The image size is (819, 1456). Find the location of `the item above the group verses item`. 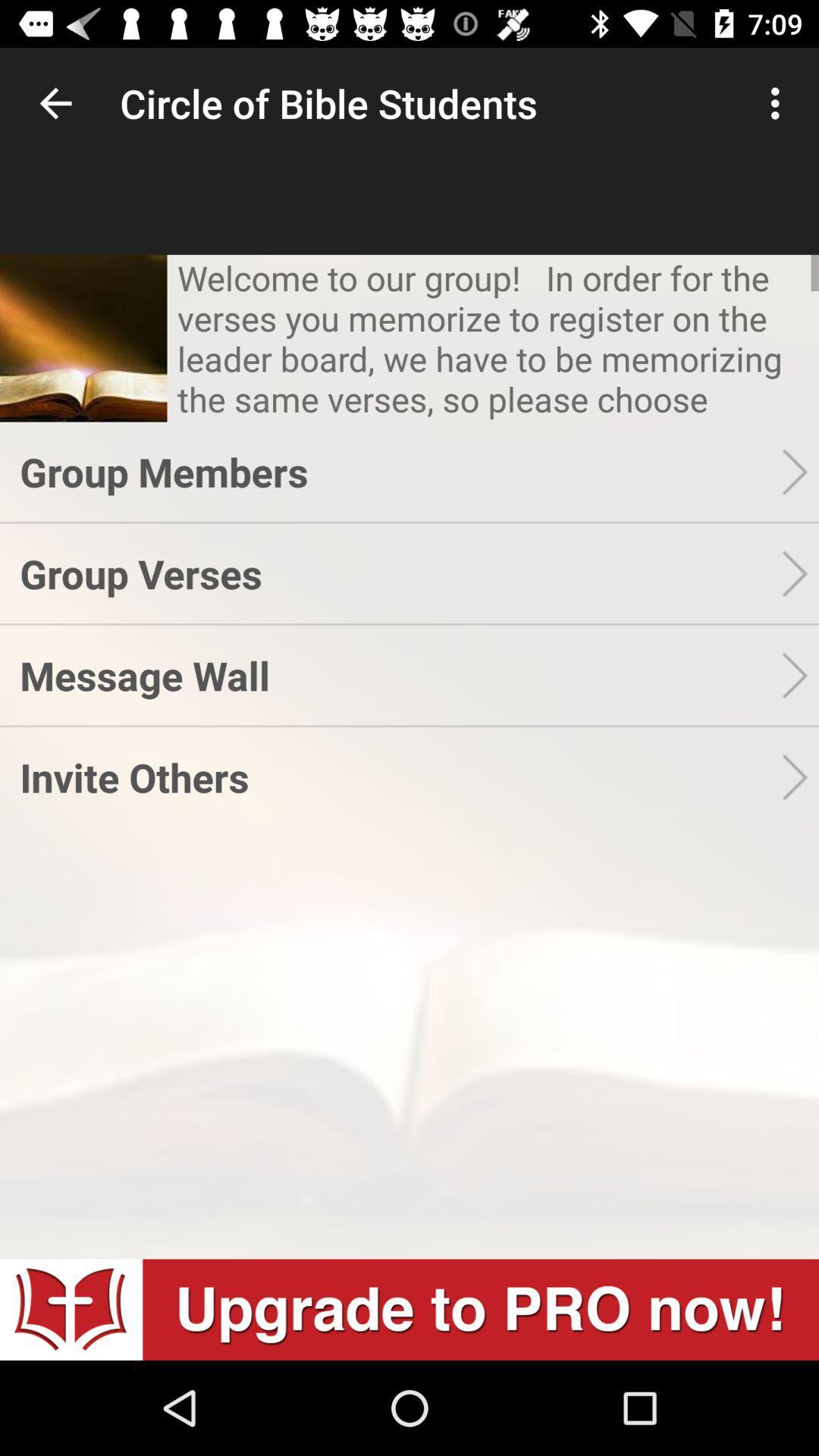

the item above the group verses item is located at coordinates (400, 471).